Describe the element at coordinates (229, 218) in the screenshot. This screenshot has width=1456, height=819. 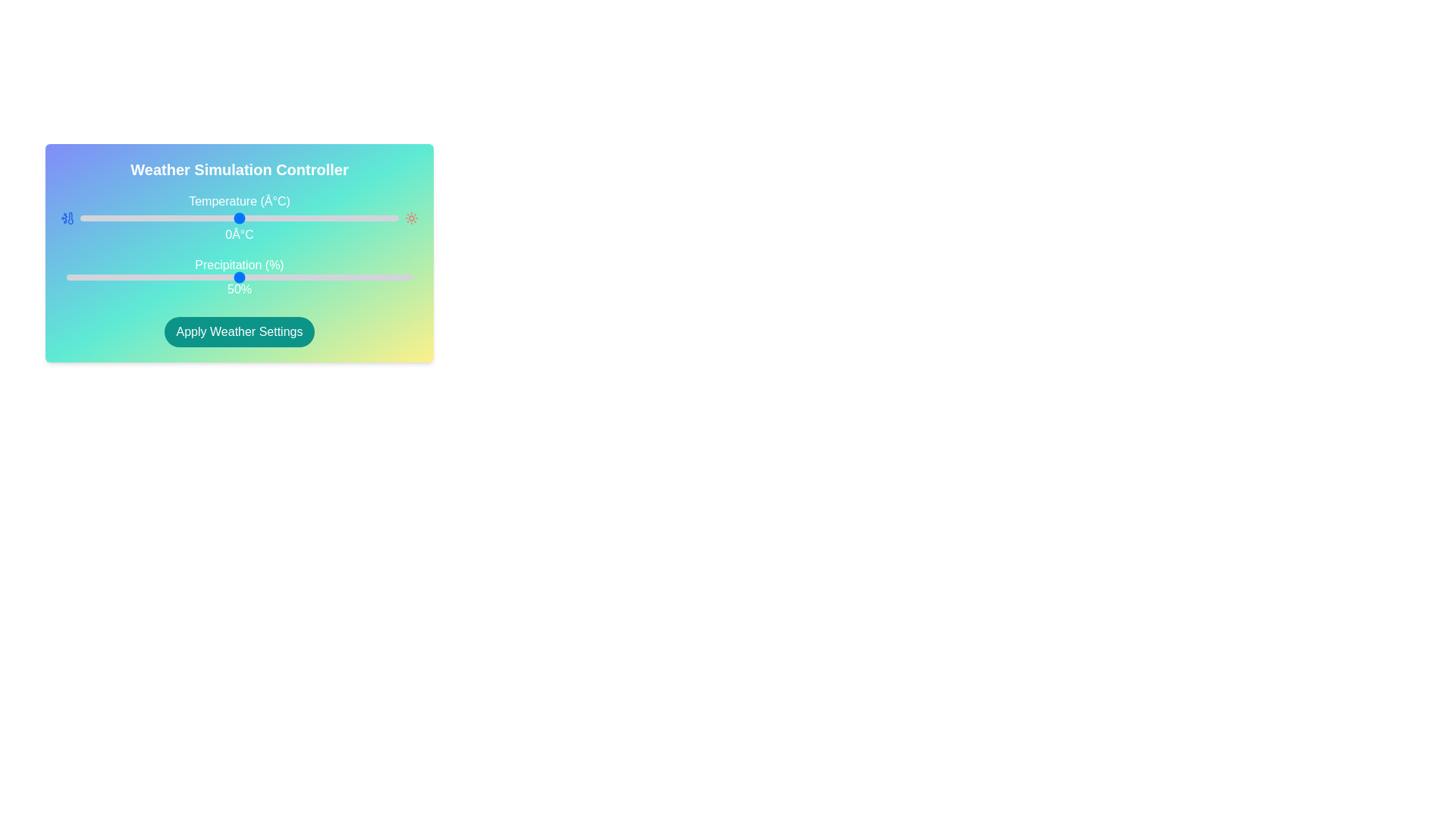
I see `the temperature slider to -3°C` at that location.